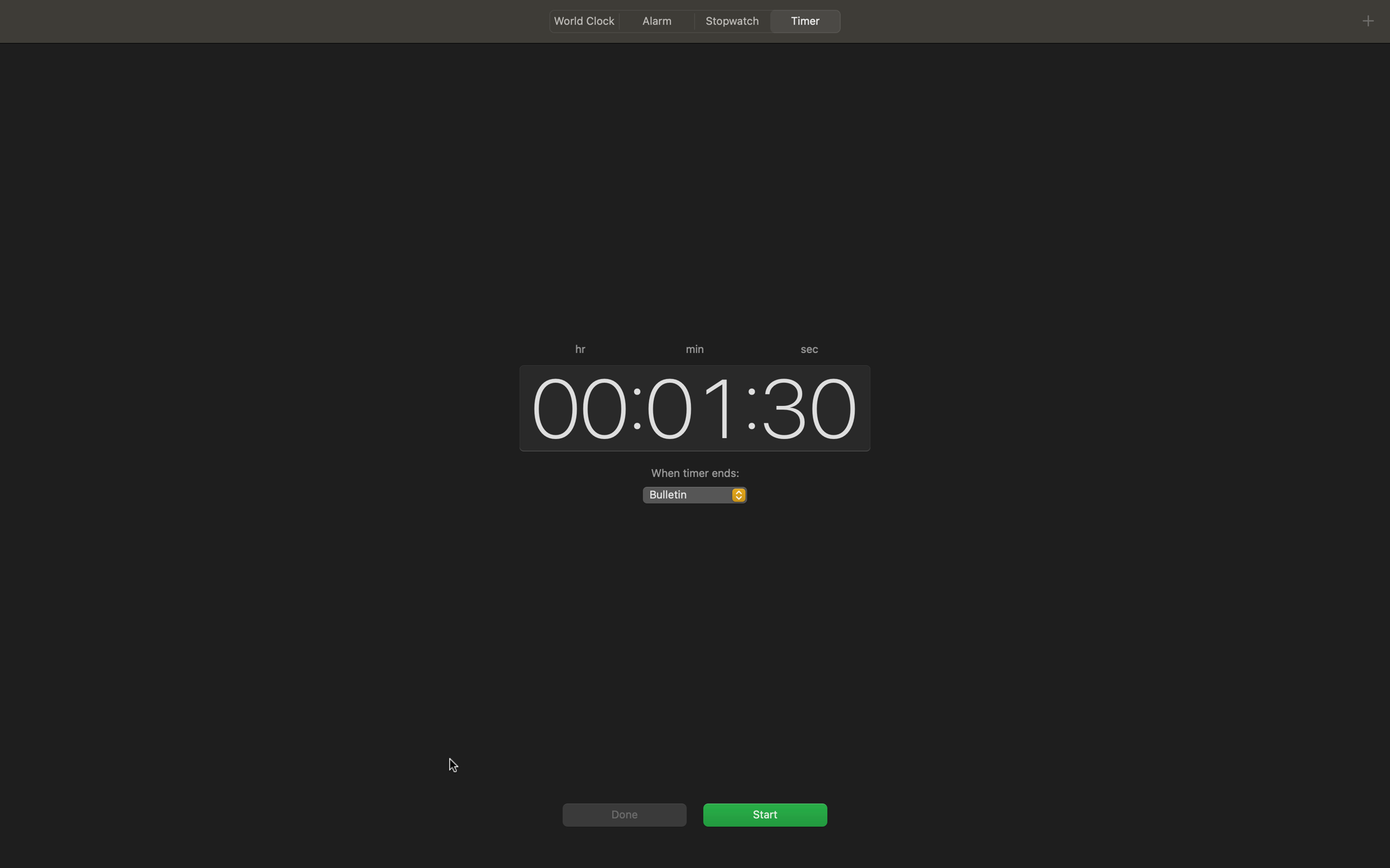 This screenshot has width=1390, height=868. What do you see at coordinates (764, 813) in the screenshot?
I see `Stop Timing` at bounding box center [764, 813].